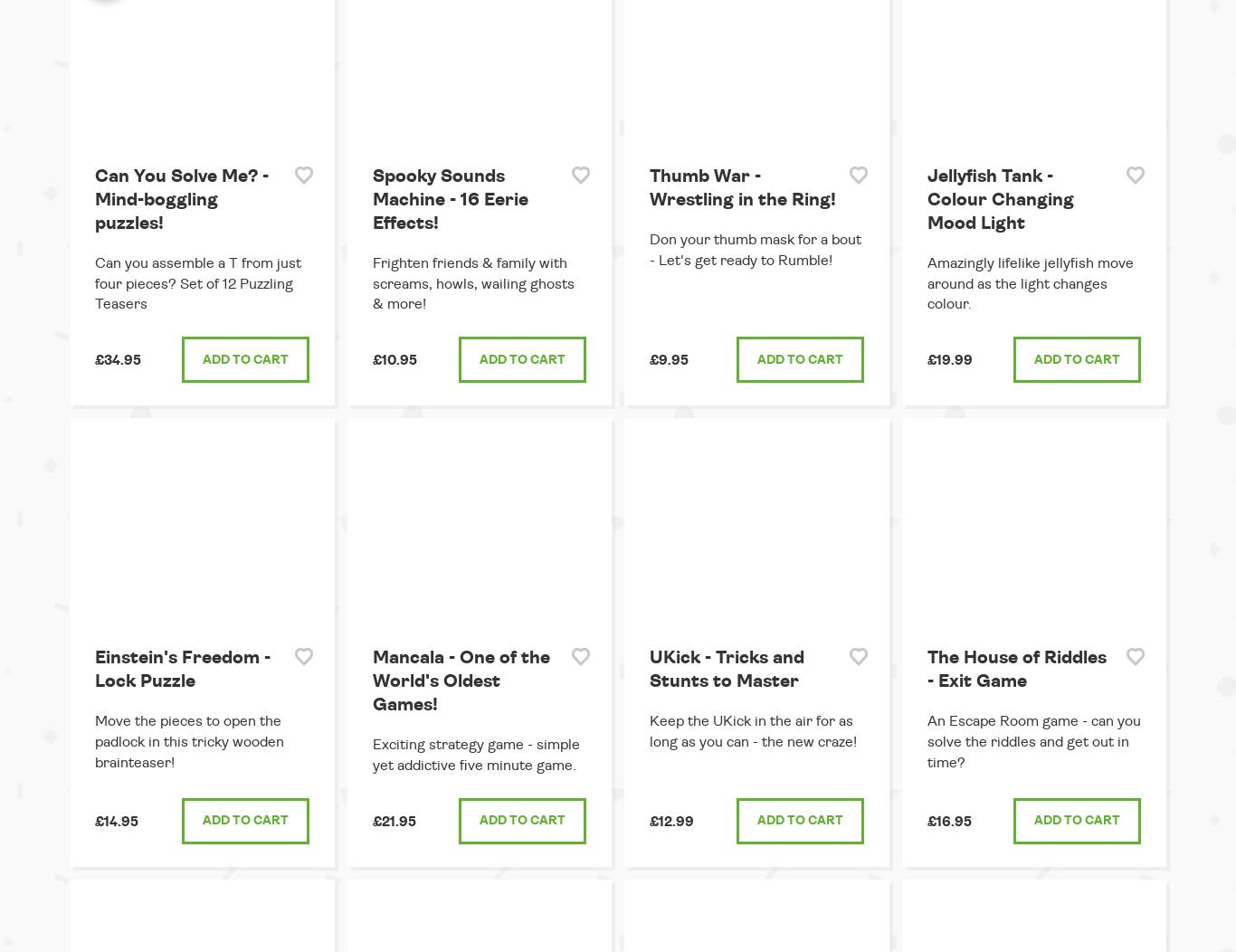 The image size is (1236, 952). What do you see at coordinates (1014, 669) in the screenshot?
I see `'The House of Riddles - Exit Game'` at bounding box center [1014, 669].